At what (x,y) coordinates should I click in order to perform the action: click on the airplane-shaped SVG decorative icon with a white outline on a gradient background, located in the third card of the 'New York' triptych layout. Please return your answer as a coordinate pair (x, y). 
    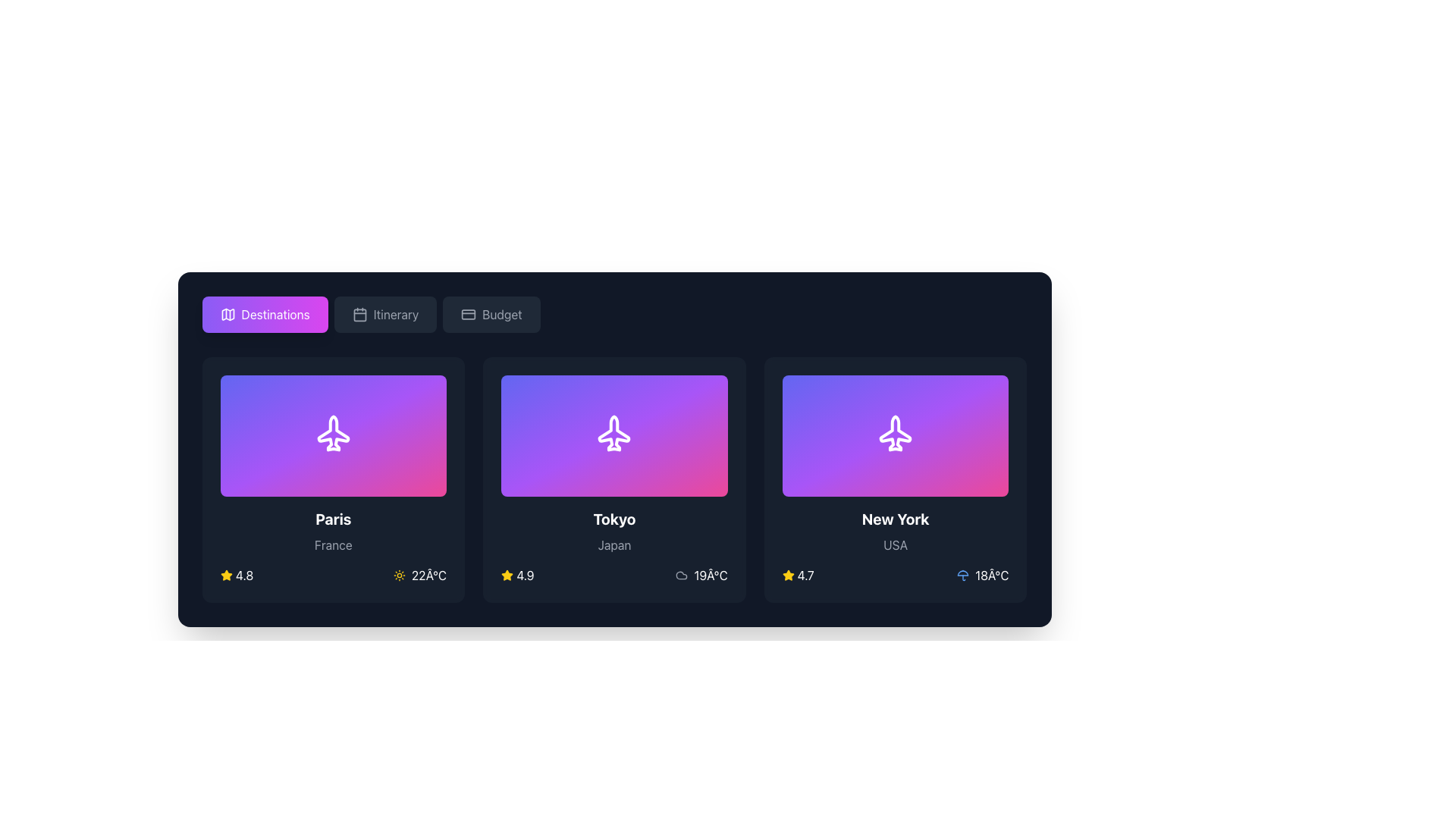
    Looking at the image, I should click on (896, 435).